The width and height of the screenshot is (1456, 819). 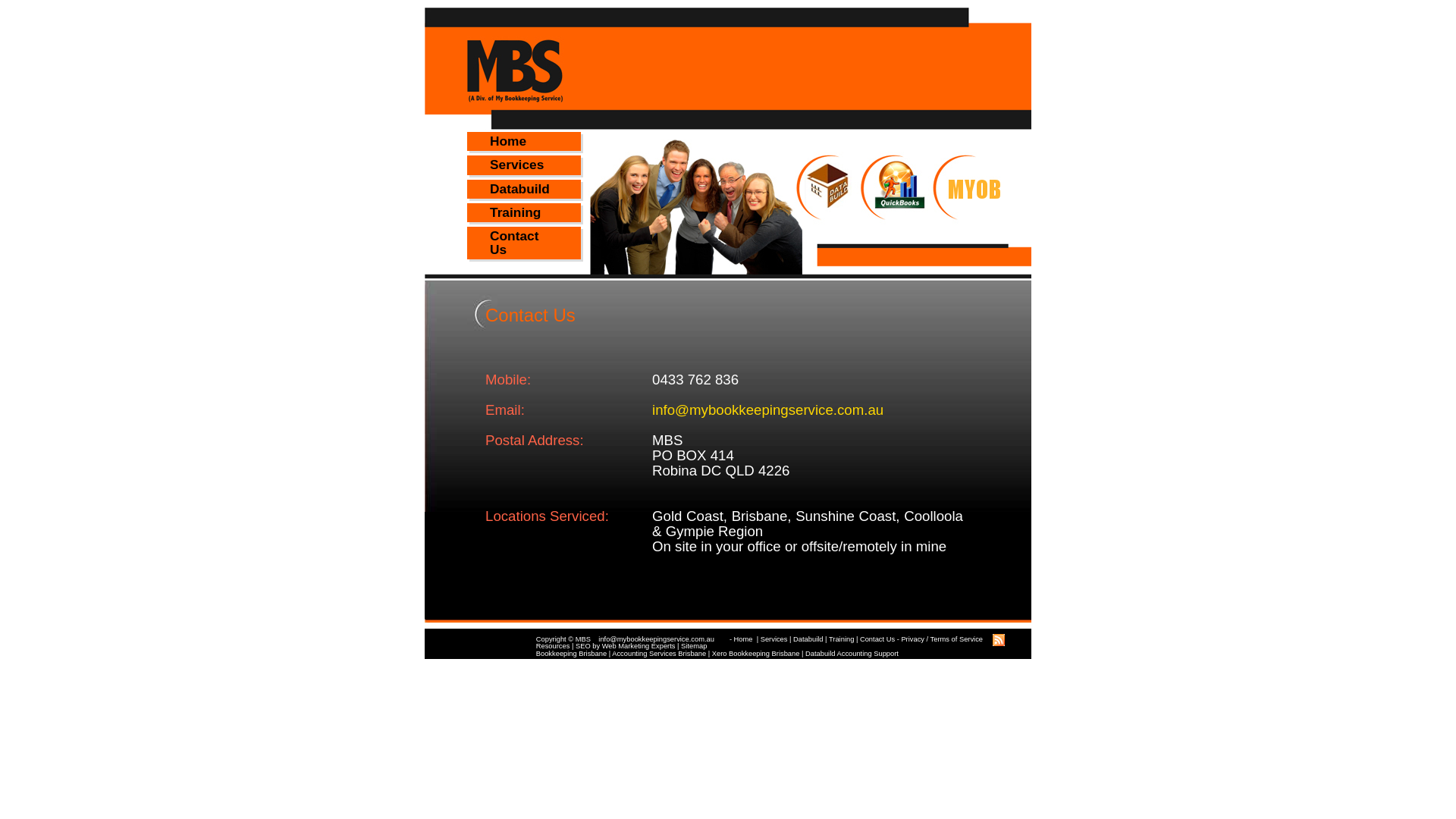 What do you see at coordinates (852, 652) in the screenshot?
I see `'Databuild Accounting Support'` at bounding box center [852, 652].